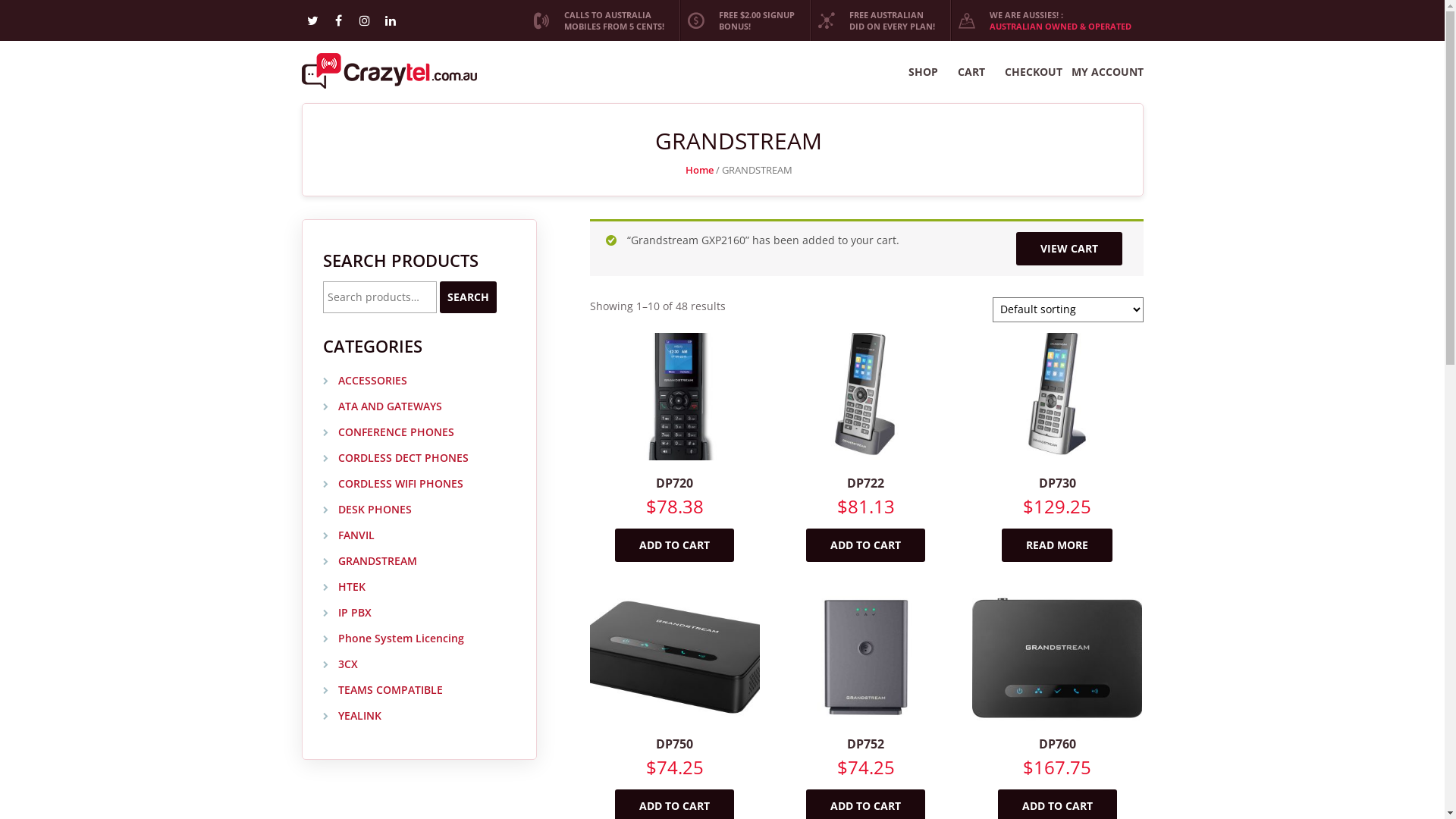 This screenshot has height=819, width=1456. What do you see at coordinates (1106, 72) in the screenshot?
I see `'MY ACCOUNT'` at bounding box center [1106, 72].